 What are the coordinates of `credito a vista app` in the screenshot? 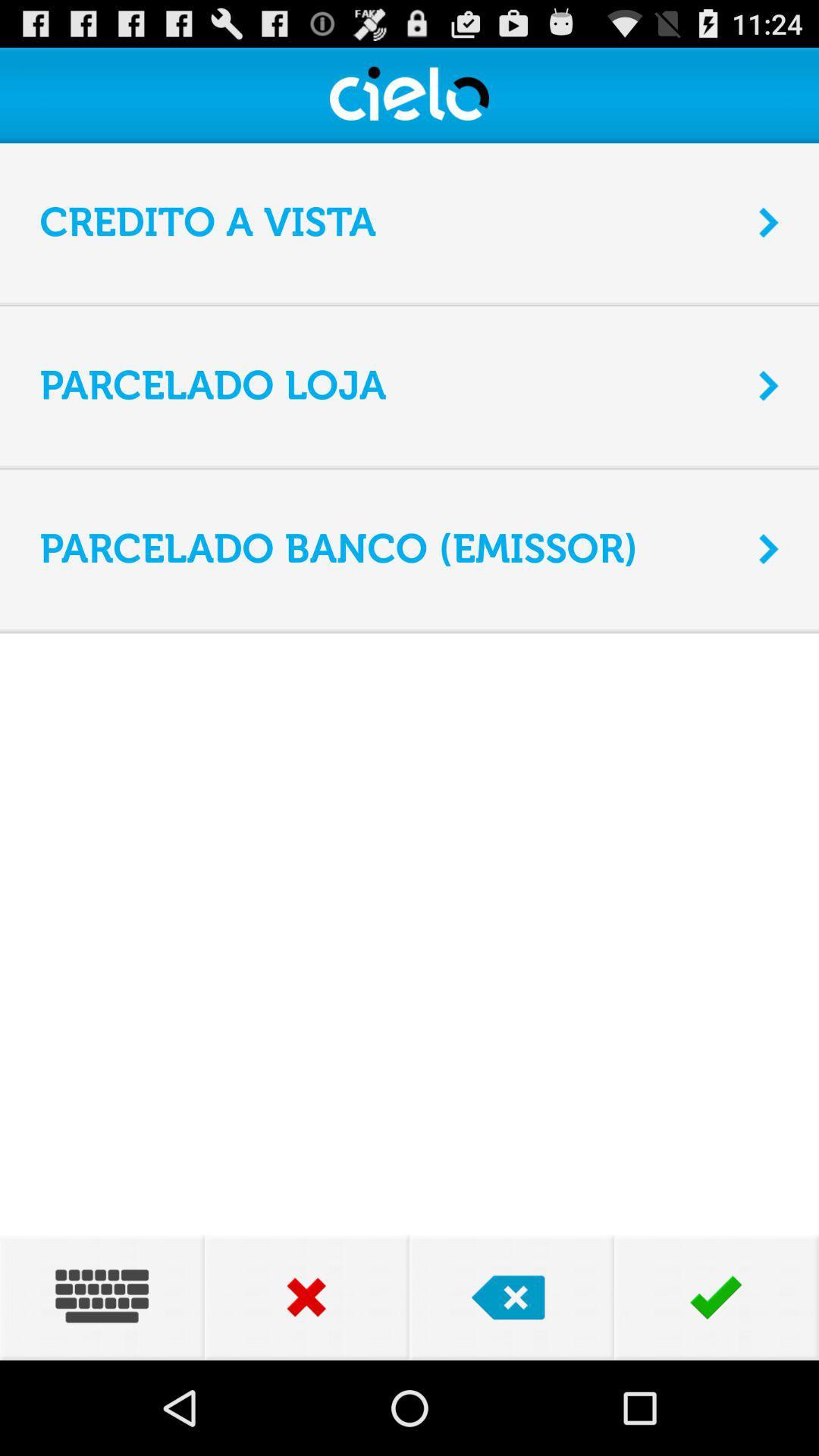 It's located at (388, 221).